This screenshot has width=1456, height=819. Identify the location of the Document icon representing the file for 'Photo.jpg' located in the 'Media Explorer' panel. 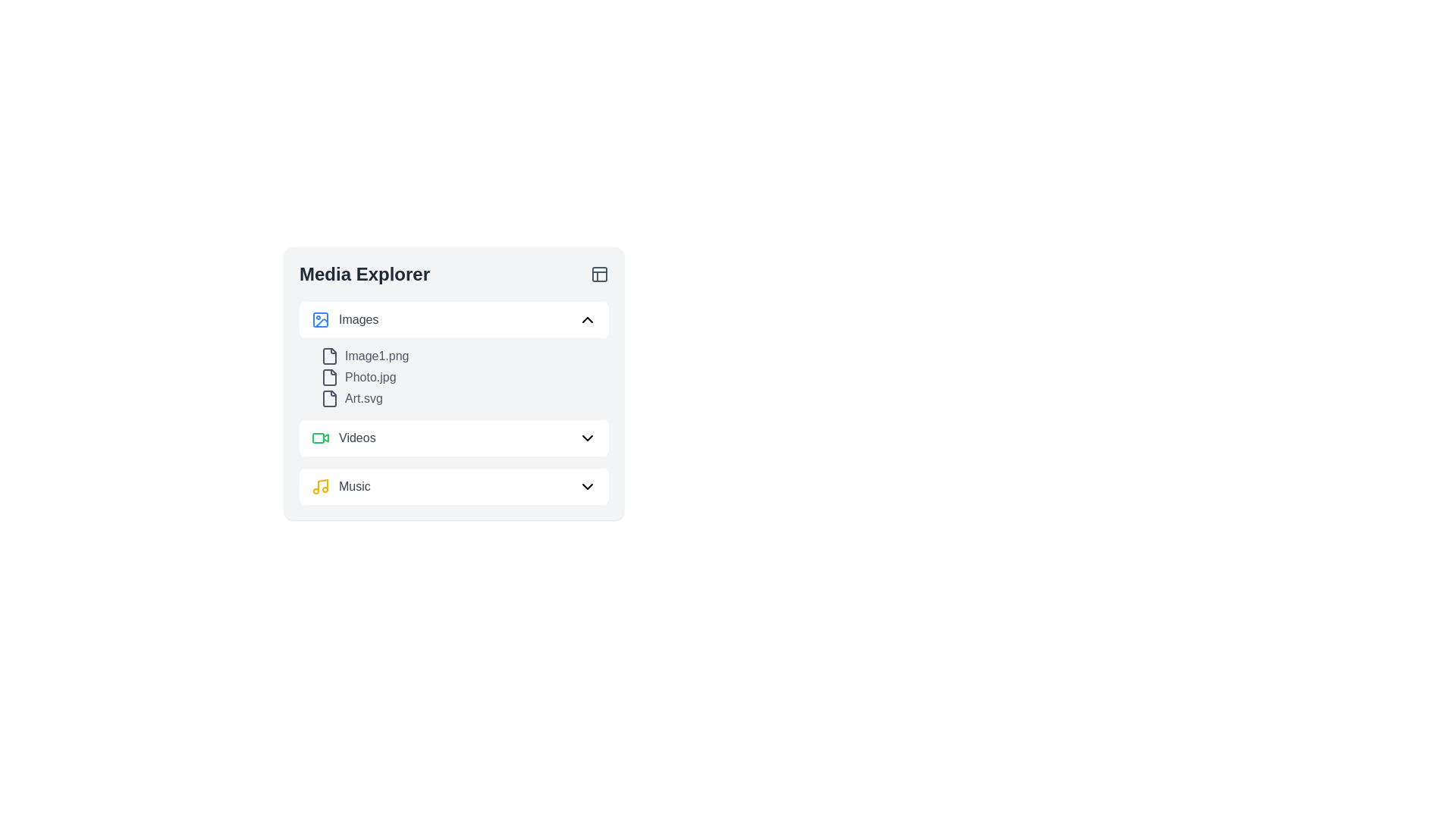
(329, 376).